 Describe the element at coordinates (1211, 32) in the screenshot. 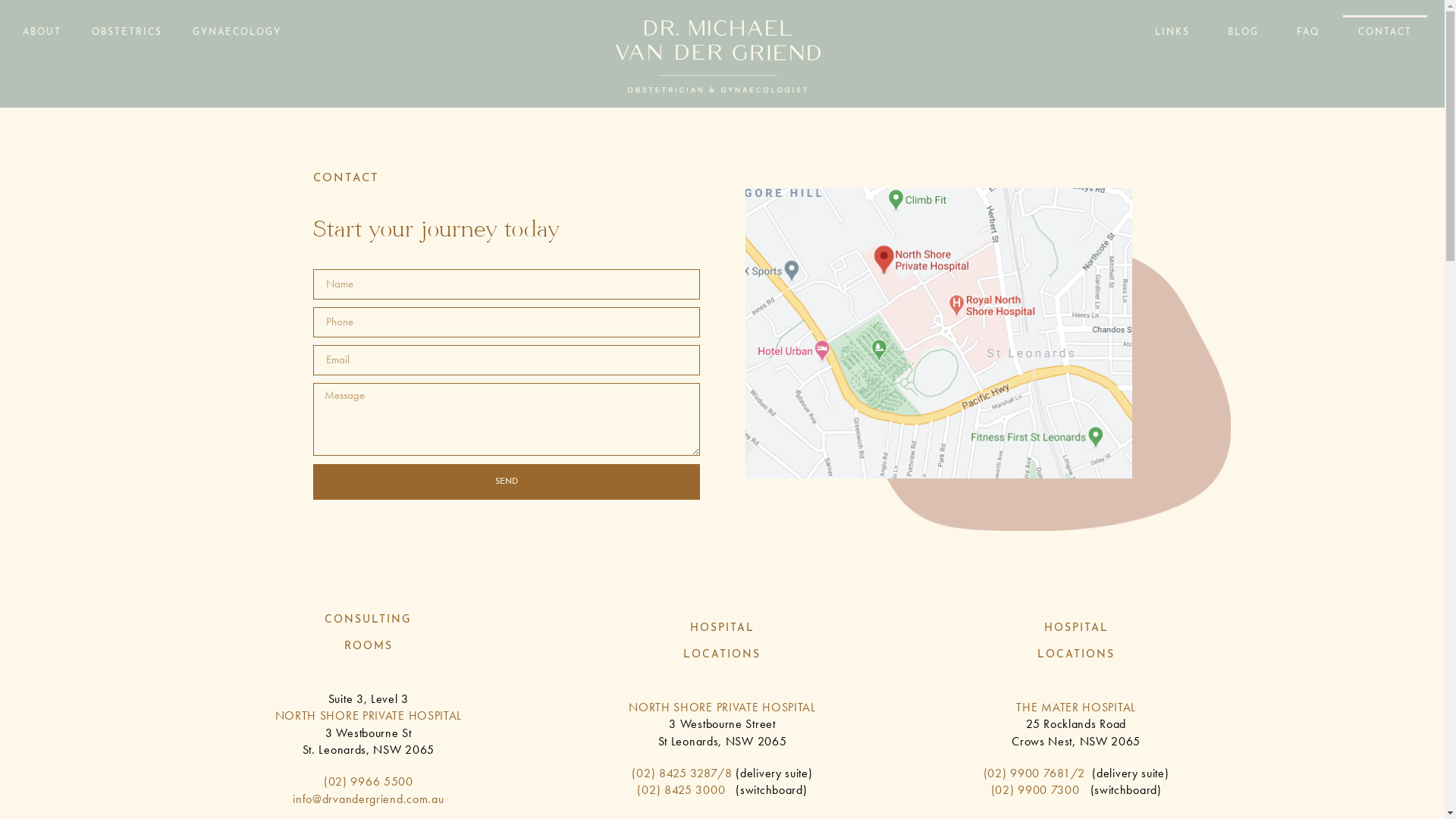

I see `'BLOG'` at that location.